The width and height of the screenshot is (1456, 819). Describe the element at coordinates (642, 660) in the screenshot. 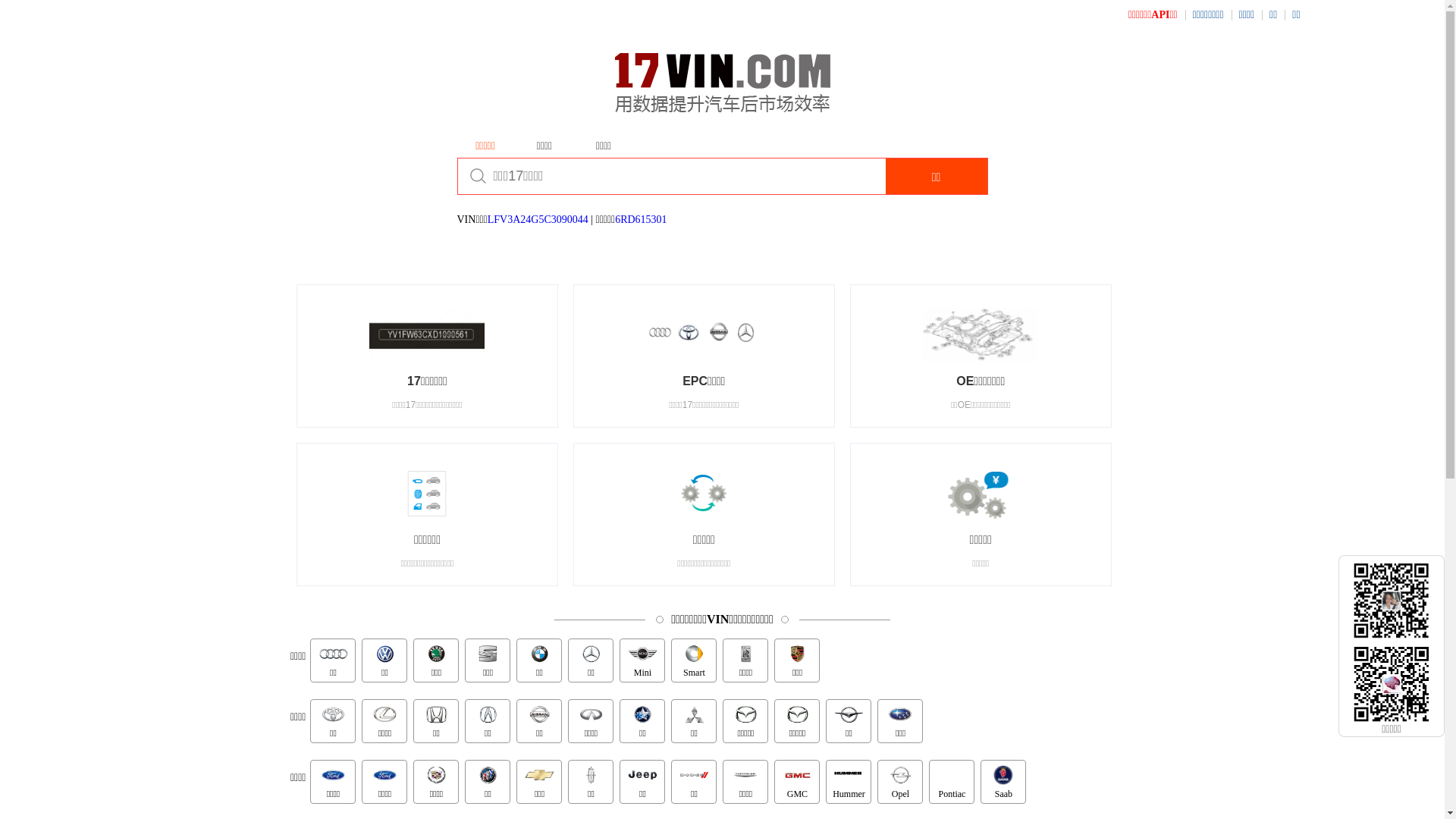

I see `'Mini'` at that location.